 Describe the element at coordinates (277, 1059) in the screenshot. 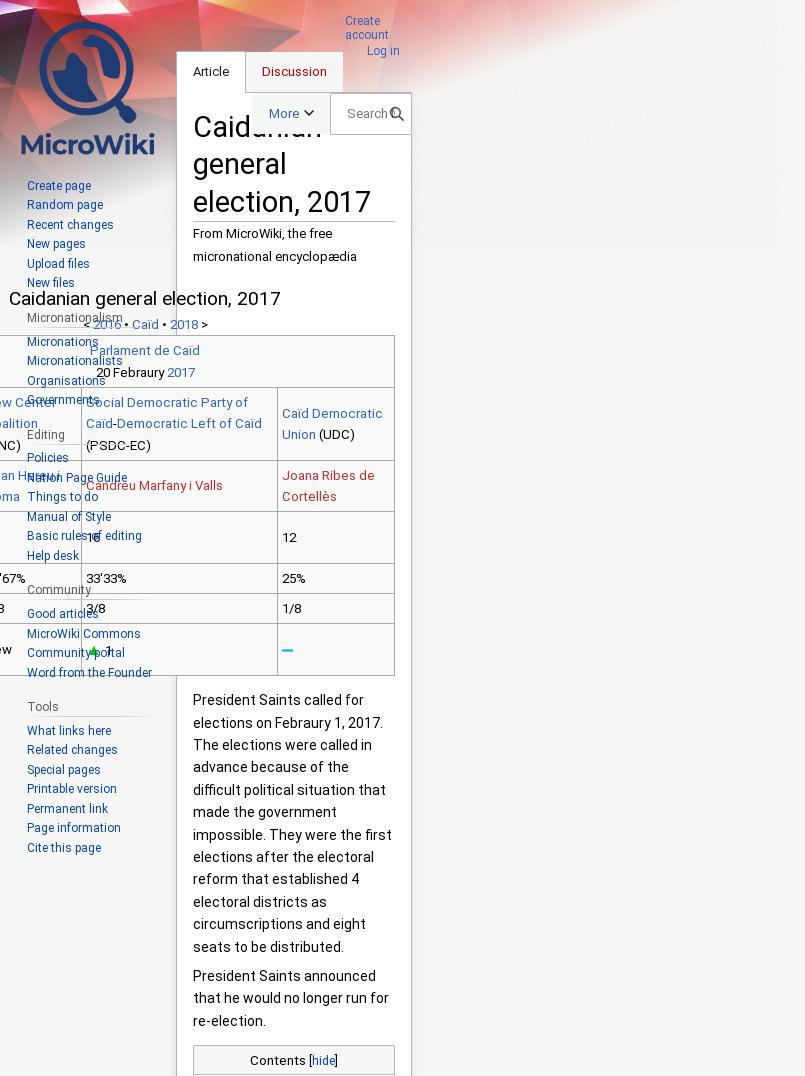

I see `'Contents'` at that location.